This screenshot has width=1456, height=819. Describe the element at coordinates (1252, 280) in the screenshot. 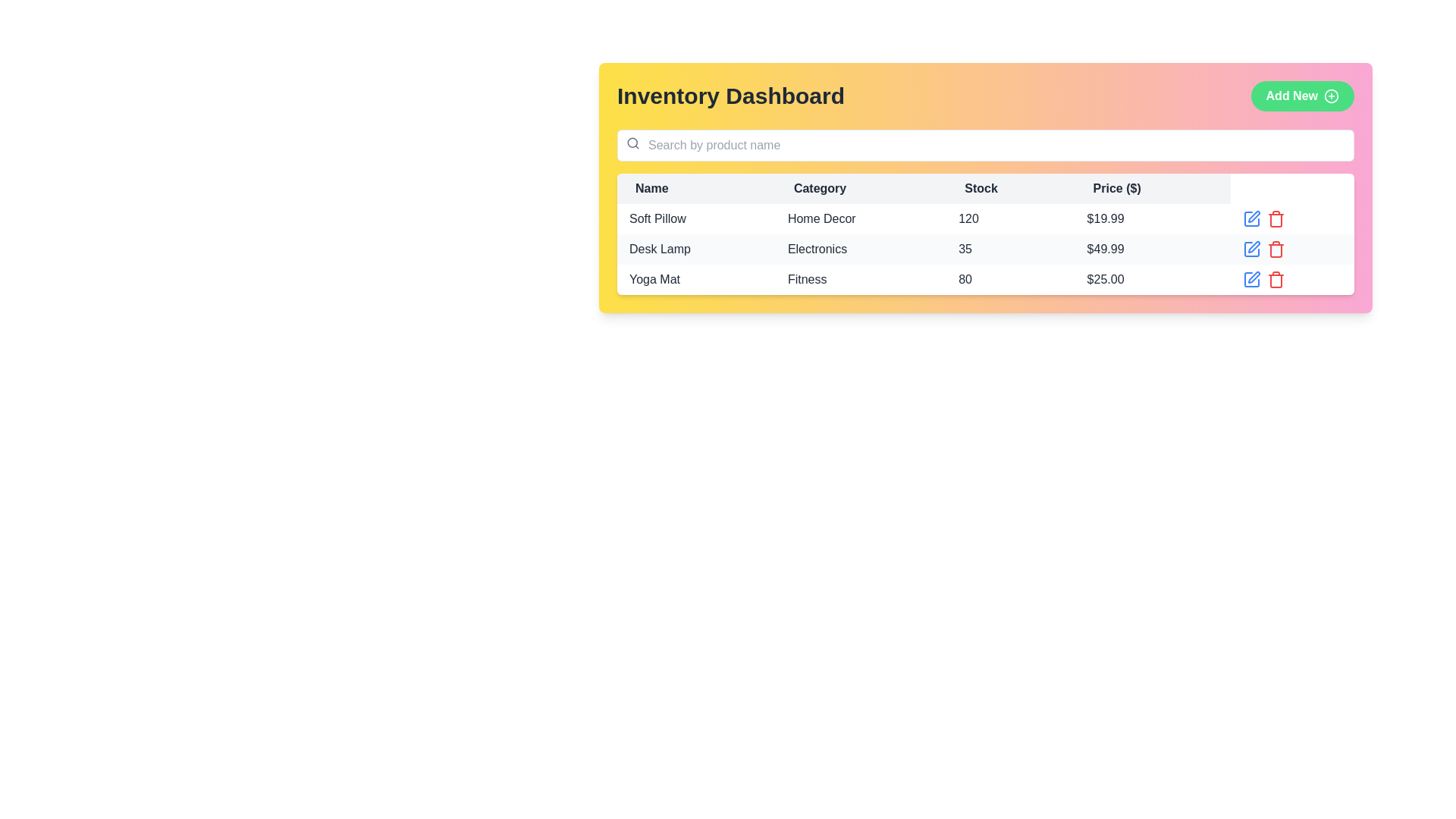

I see `the edit button located in the last row of the table under the 'Price' column group` at that location.